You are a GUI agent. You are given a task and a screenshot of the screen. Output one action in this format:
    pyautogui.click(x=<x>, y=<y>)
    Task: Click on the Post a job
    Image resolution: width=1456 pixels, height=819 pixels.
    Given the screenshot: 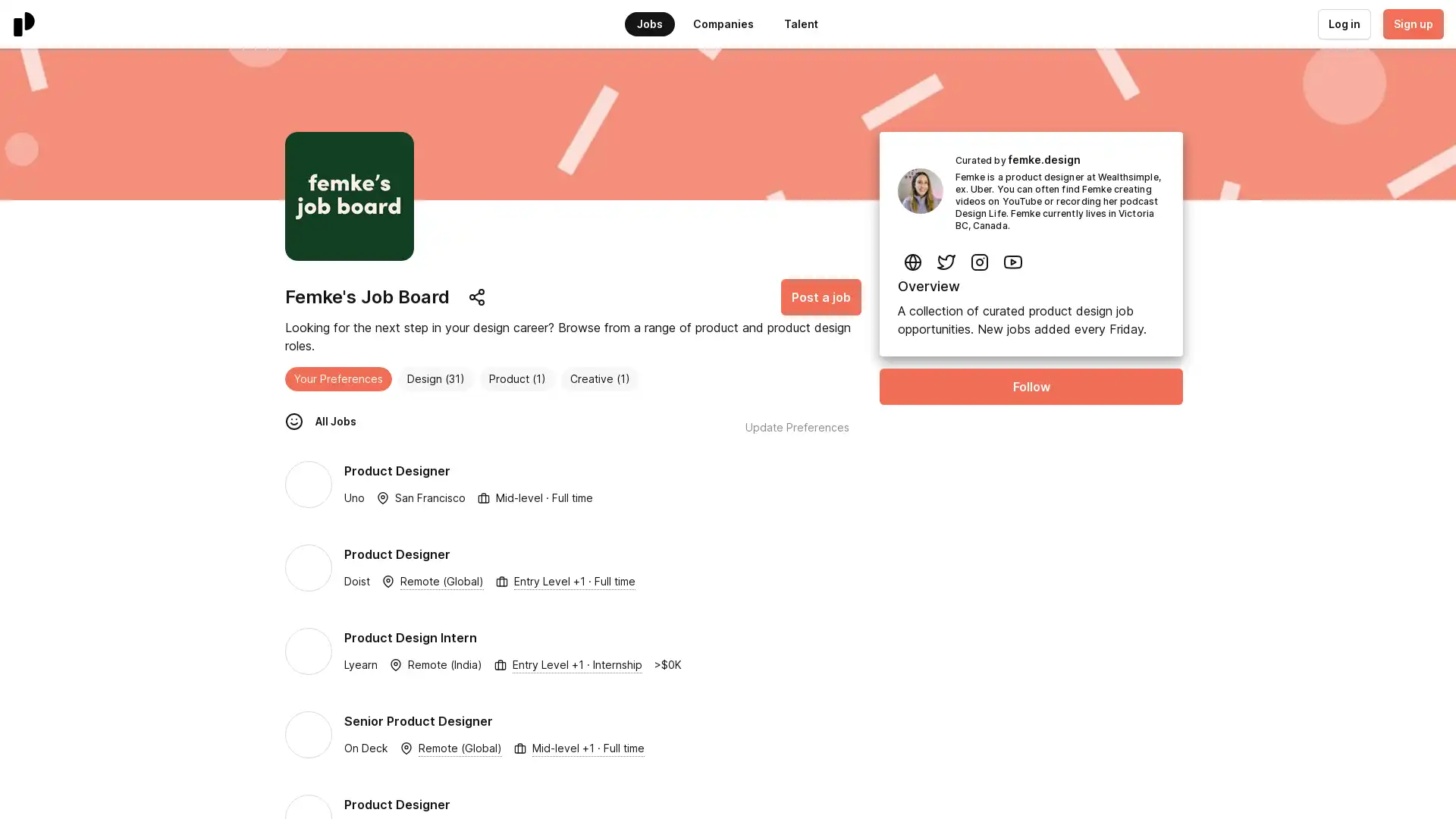 What is the action you would take?
    pyautogui.click(x=821, y=297)
    